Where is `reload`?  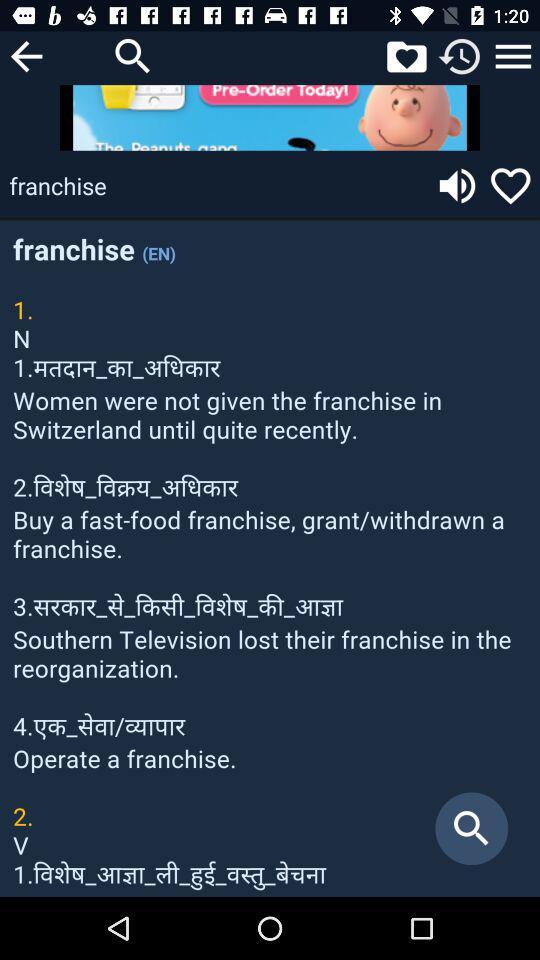
reload is located at coordinates (460, 55).